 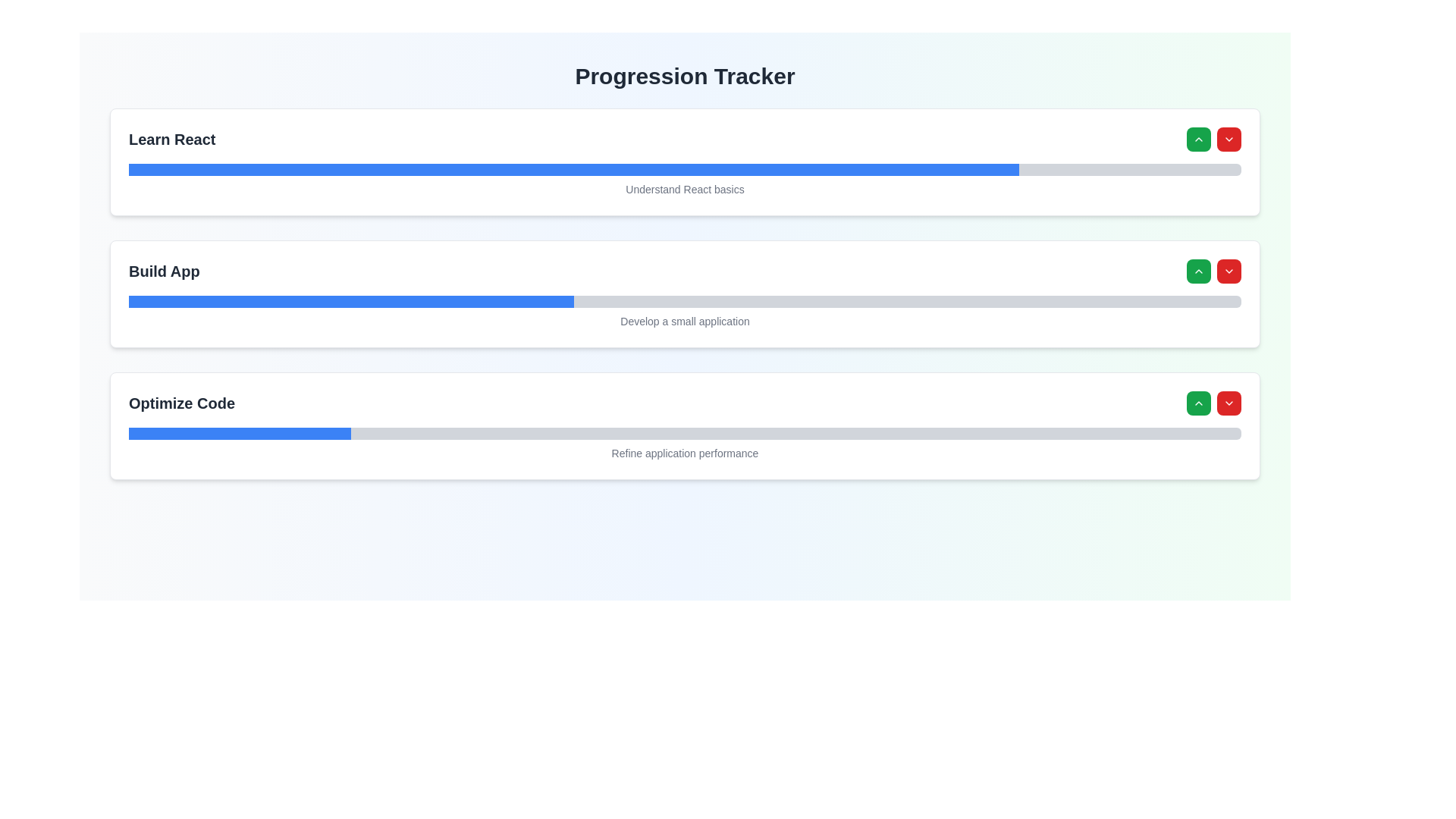 What do you see at coordinates (1197, 271) in the screenshot?
I see `the green button with rounded corners and a white text, located on the far left of the horizontal control panel` at bounding box center [1197, 271].